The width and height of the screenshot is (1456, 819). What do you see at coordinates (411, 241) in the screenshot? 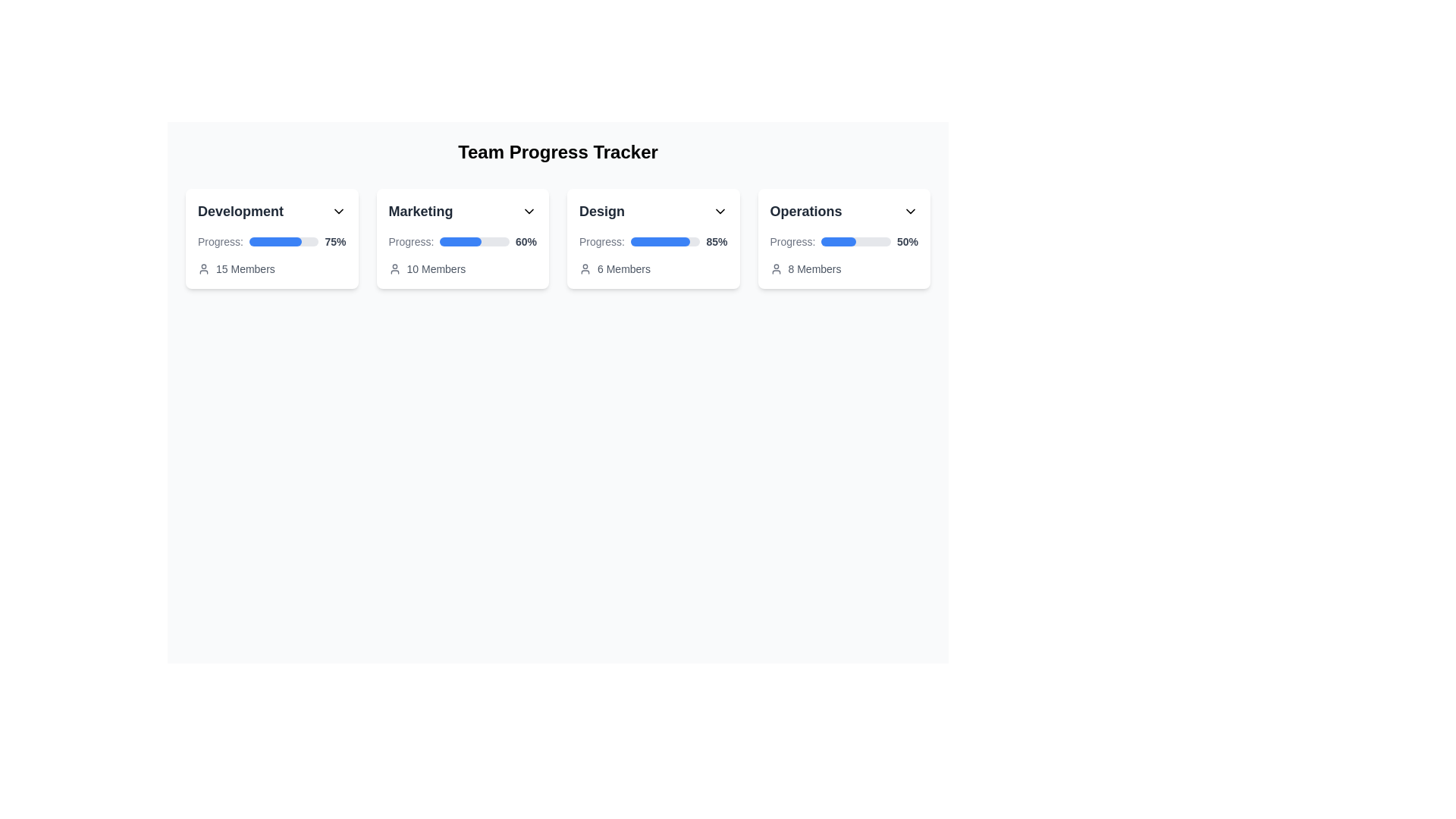
I see `the text label reading 'Progress:' which is styled with a smaller font size and gray color, positioned above a progress bar and a percentage label within the card labeled 'Marketing'` at bounding box center [411, 241].